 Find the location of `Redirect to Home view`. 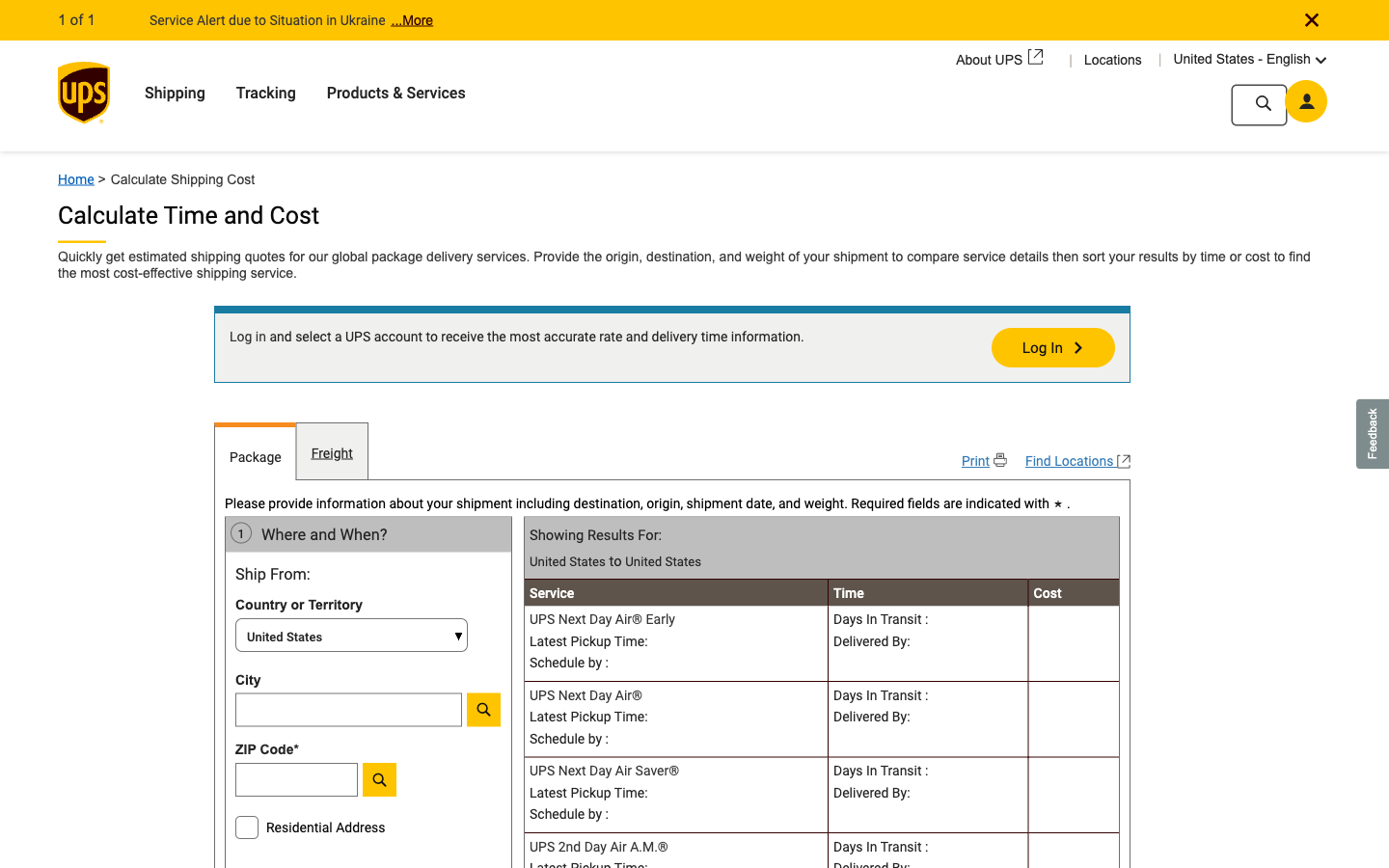

Redirect to Home view is located at coordinates (83, 173).